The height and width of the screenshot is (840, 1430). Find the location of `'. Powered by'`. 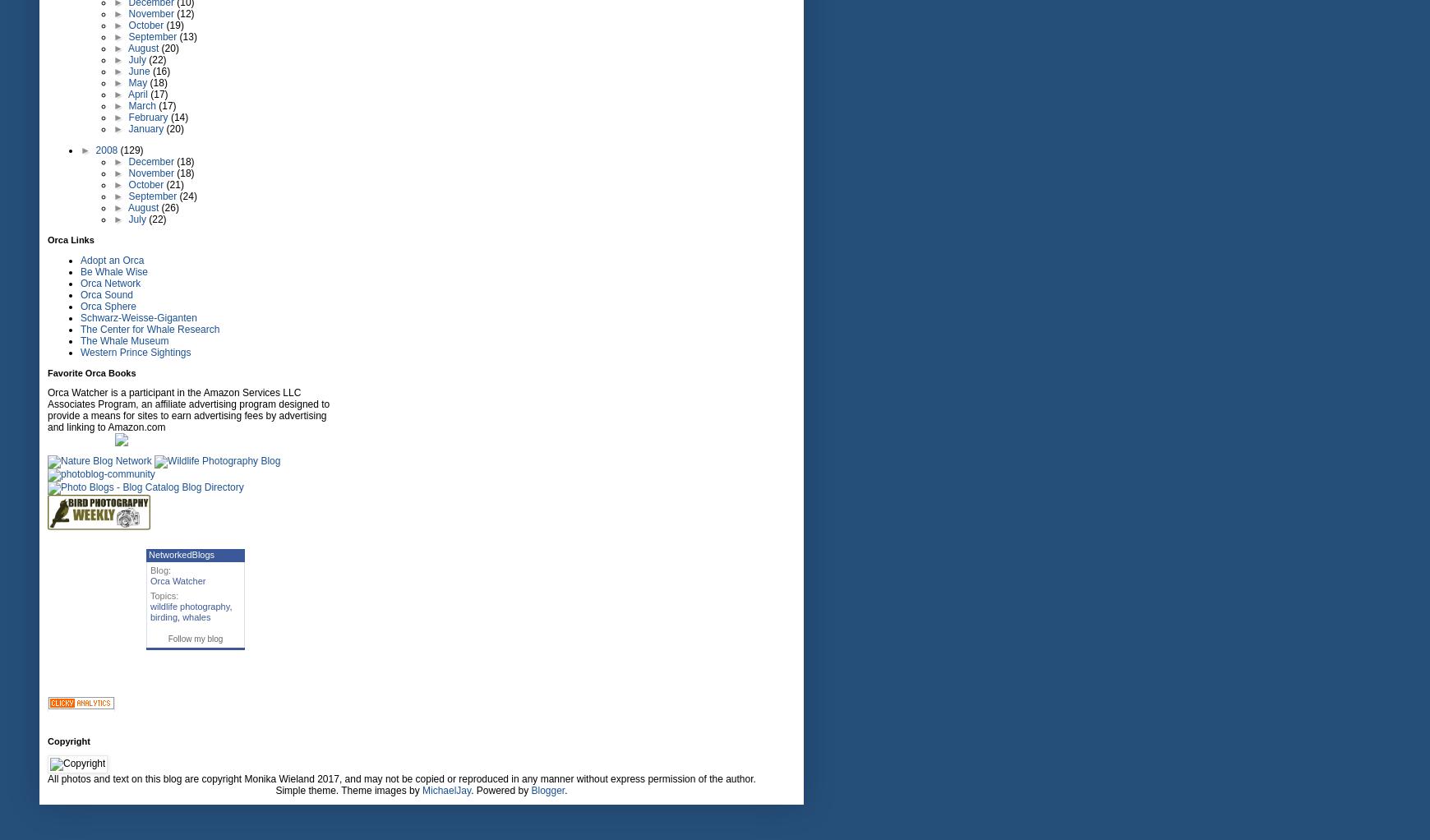

'. Powered by' is located at coordinates (500, 790).